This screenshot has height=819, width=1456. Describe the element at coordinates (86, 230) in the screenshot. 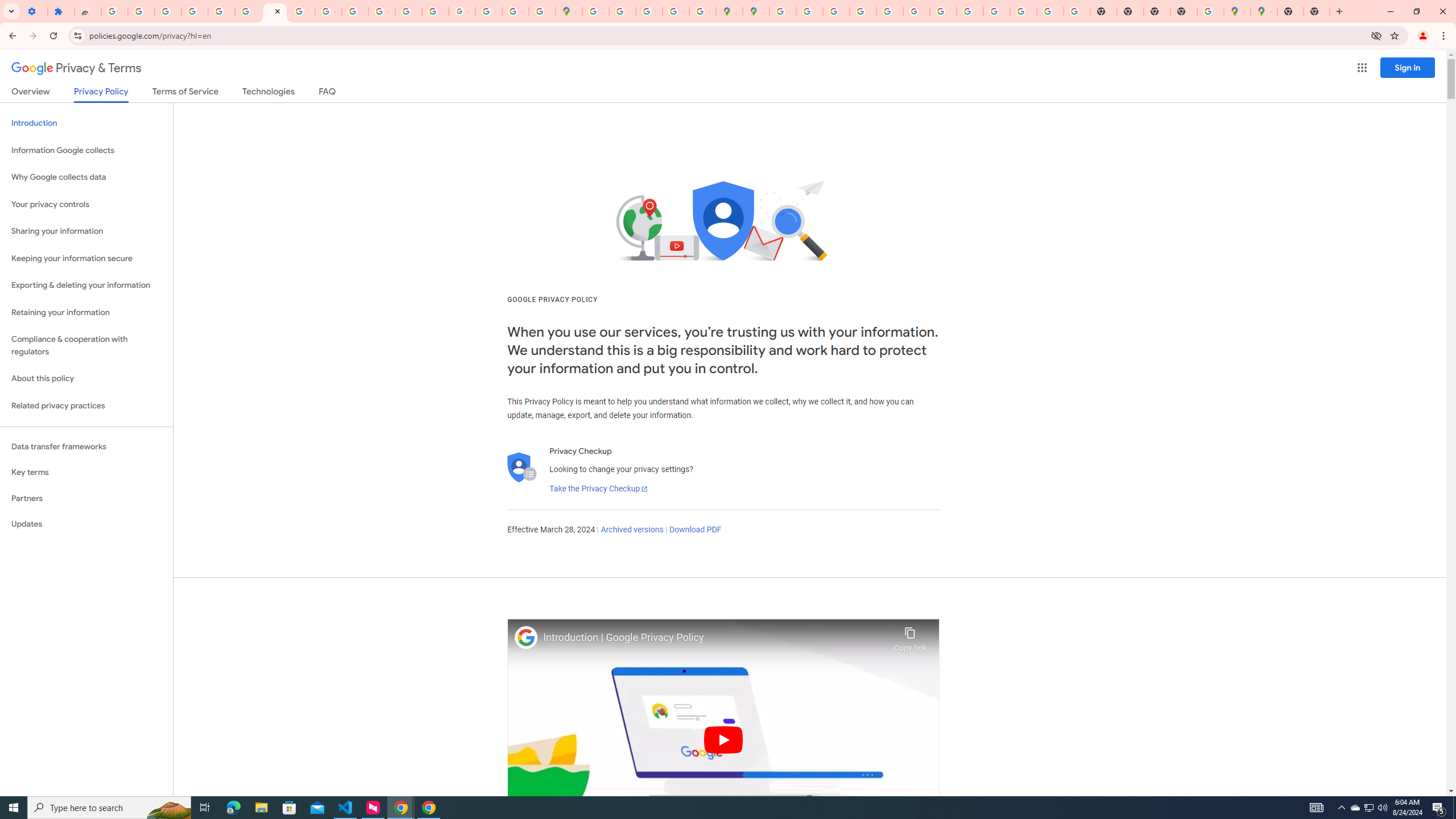

I see `'Sharing your information'` at that location.